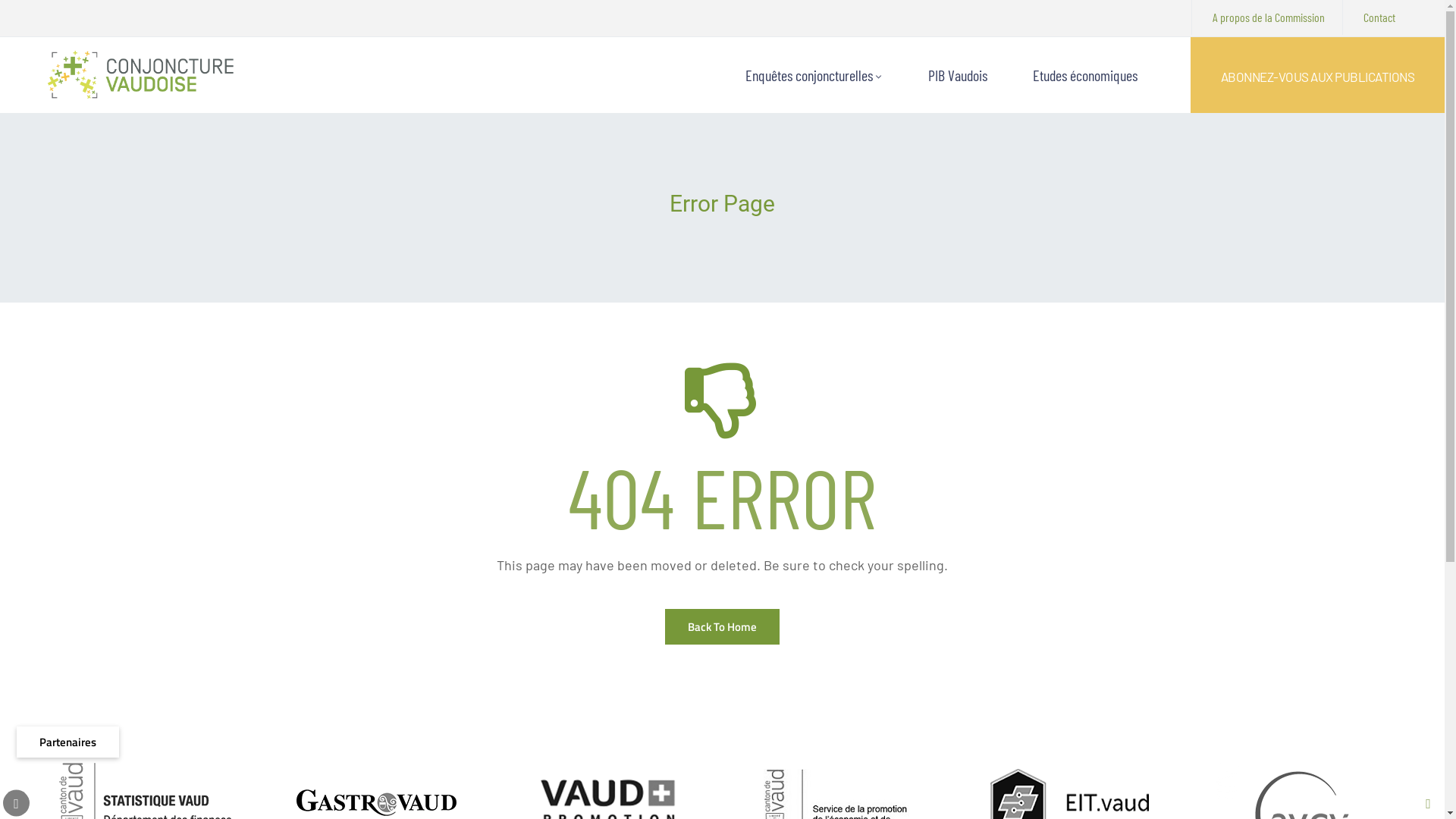 This screenshot has width=1456, height=819. Describe the element at coordinates (721, 626) in the screenshot. I see `'Back To Home'` at that location.